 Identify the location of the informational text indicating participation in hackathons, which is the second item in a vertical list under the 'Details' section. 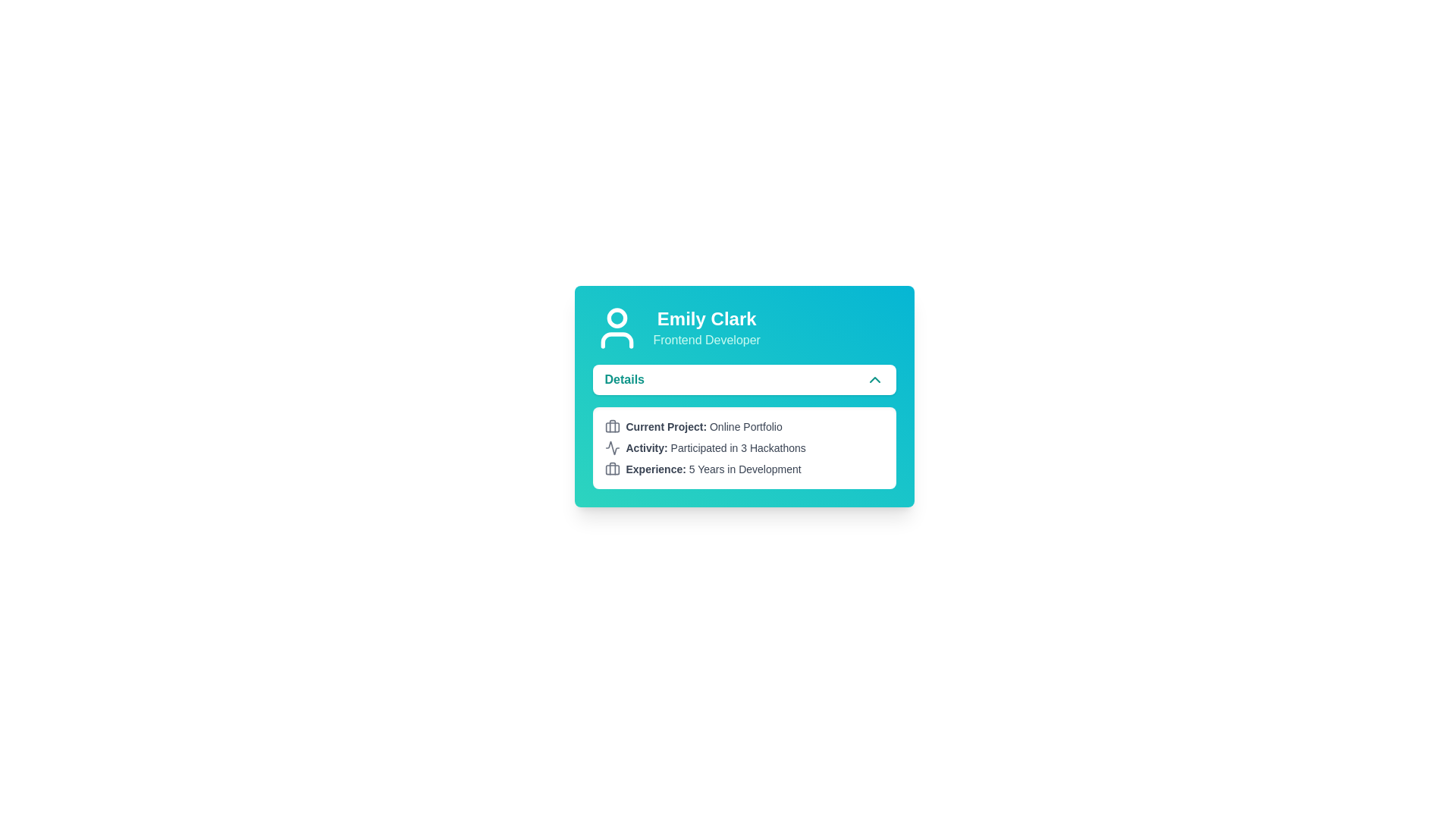
(744, 447).